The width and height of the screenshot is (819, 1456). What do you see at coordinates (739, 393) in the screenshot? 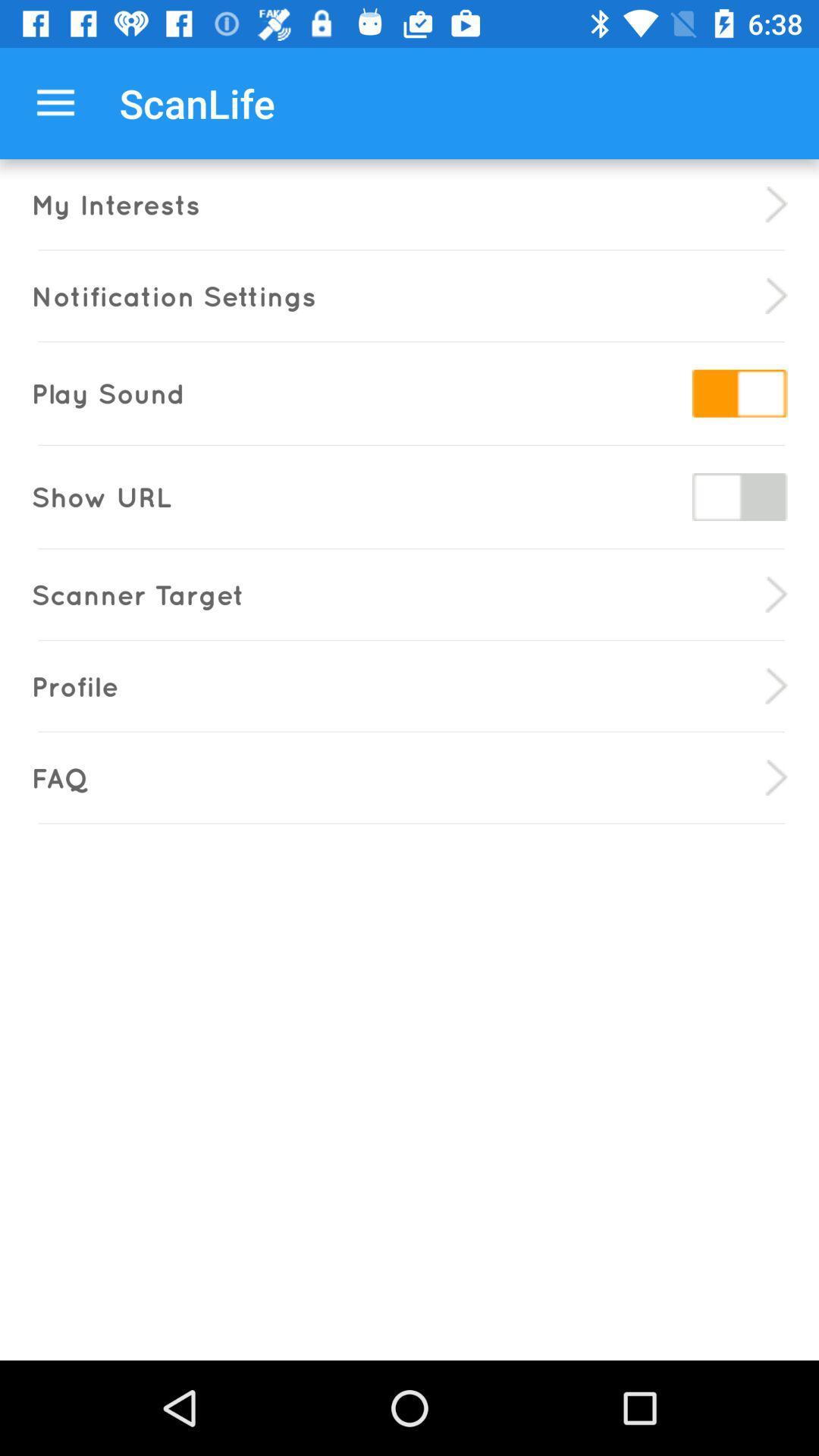
I see `switch sound` at bounding box center [739, 393].